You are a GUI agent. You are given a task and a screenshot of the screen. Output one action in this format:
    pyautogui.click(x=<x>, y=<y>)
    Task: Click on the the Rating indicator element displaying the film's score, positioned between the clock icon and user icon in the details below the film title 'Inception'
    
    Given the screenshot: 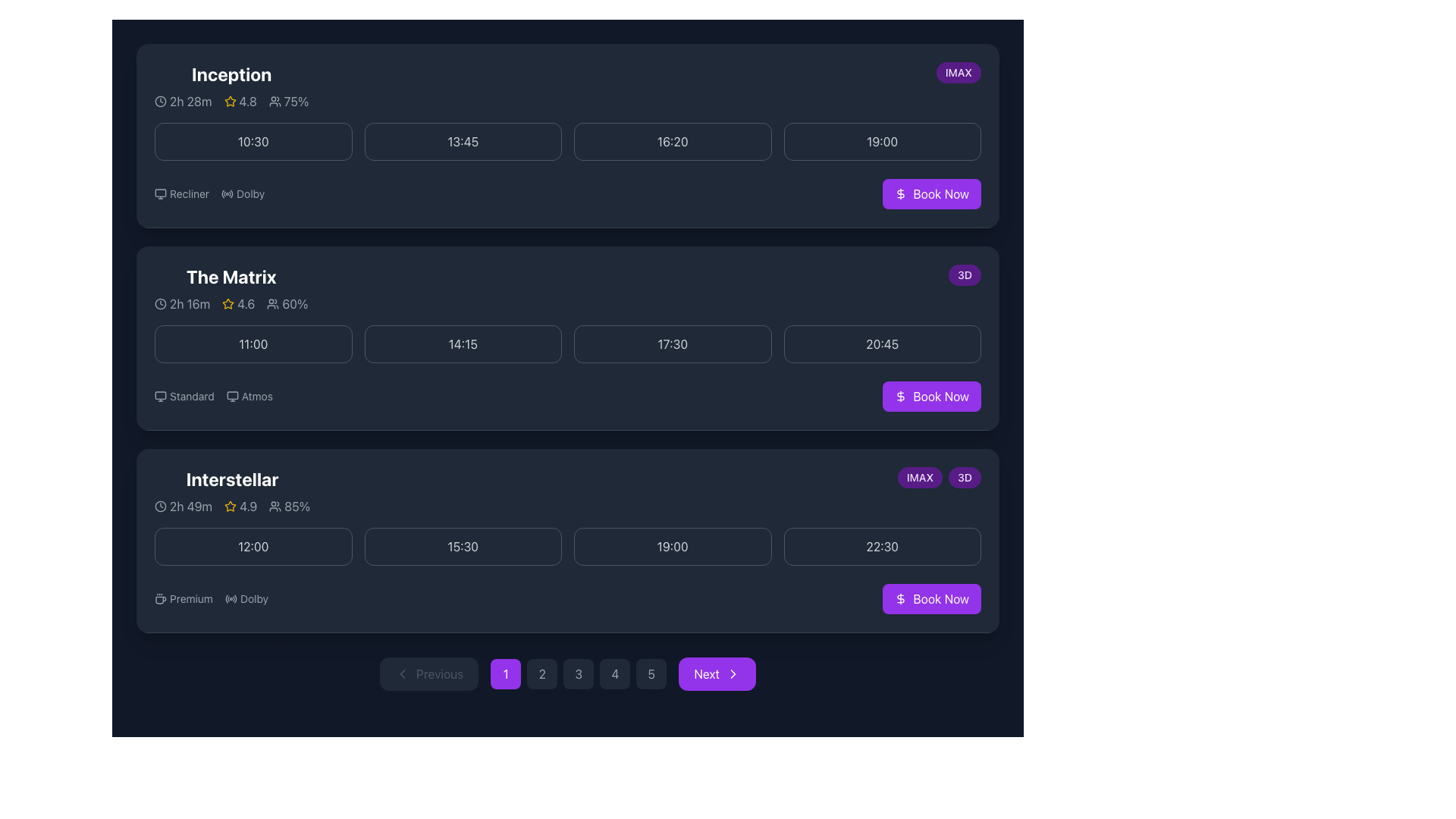 What is the action you would take?
    pyautogui.click(x=231, y=102)
    